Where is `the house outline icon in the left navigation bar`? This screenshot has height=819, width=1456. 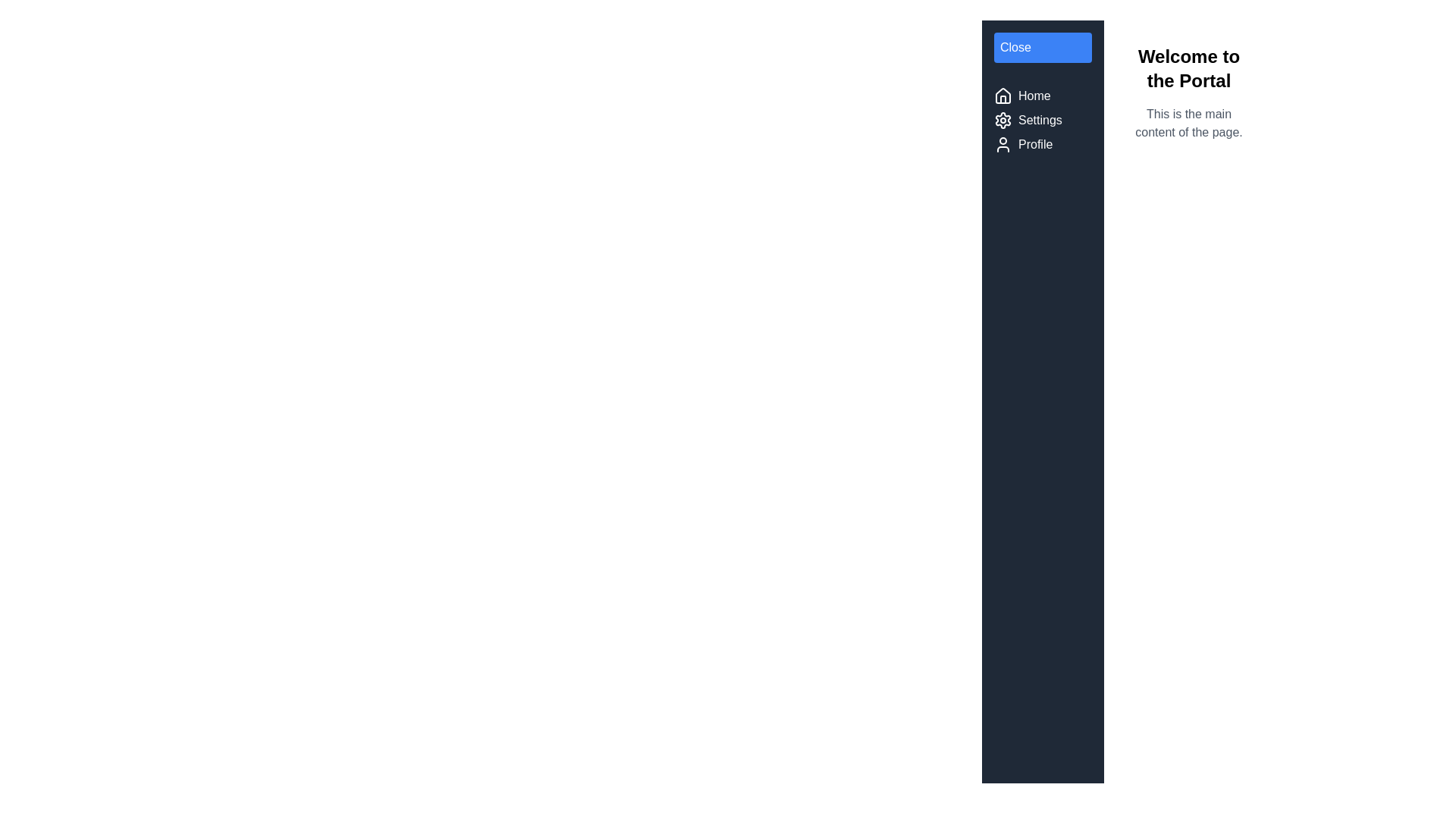
the house outline icon in the left navigation bar is located at coordinates (1003, 96).